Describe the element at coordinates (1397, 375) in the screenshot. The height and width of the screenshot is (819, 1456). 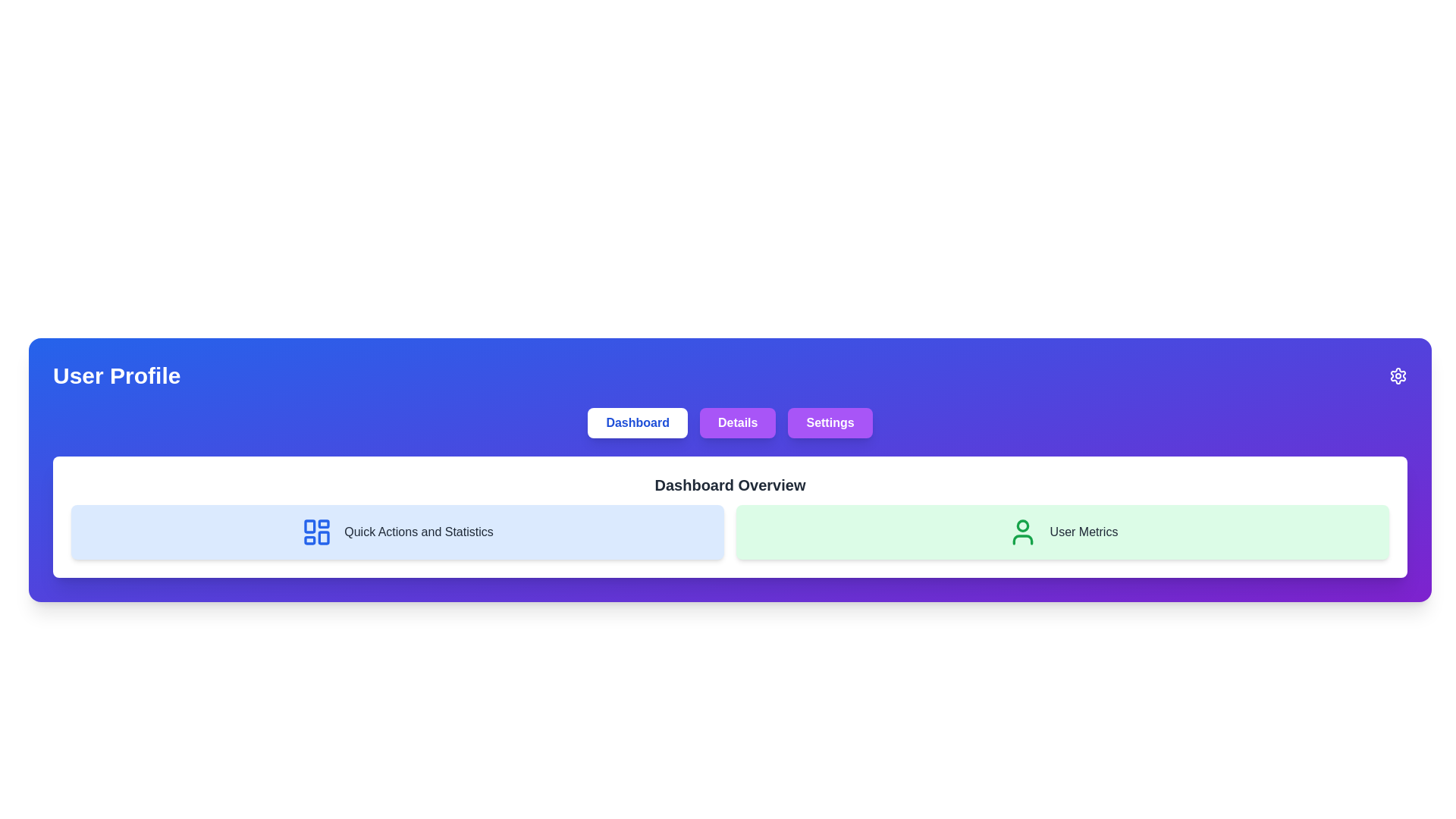
I see `the Settings button located in the top-right corner of the 'User Profile' section` at that location.